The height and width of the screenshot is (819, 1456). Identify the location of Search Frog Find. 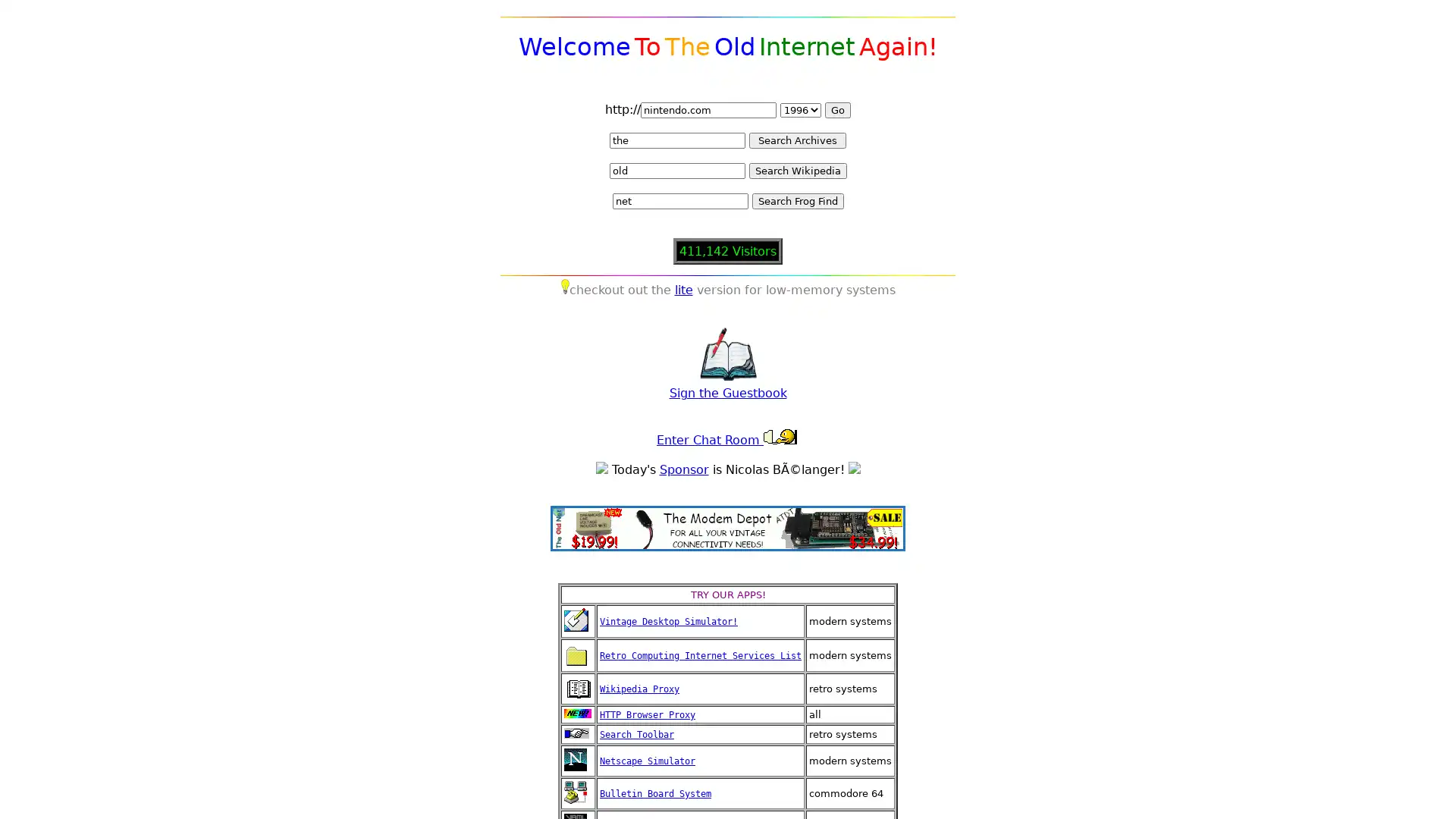
(796, 200).